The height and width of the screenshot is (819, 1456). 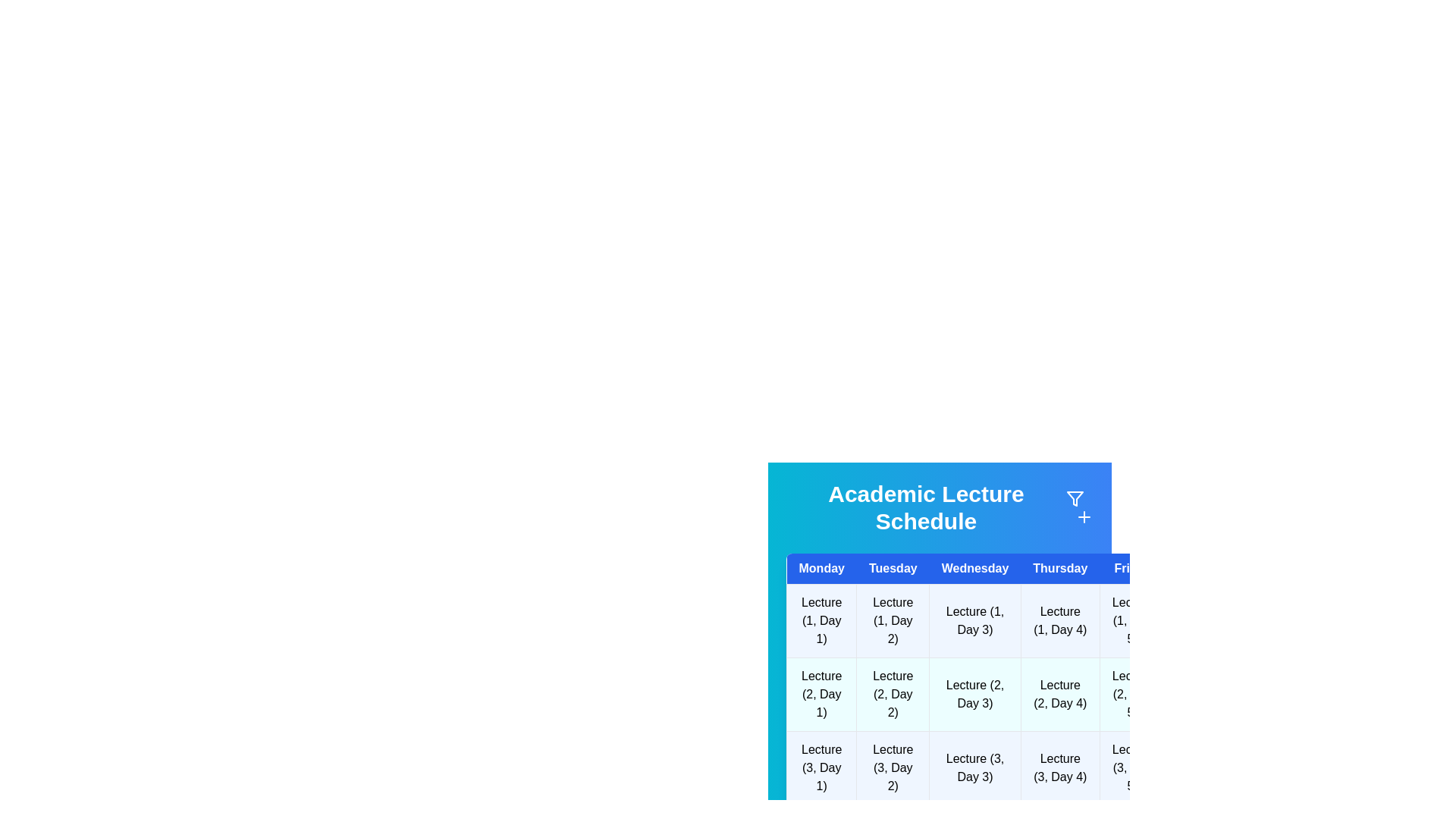 What do you see at coordinates (893, 569) in the screenshot?
I see `the header for Tuesday to sort or filter the schedule by that day` at bounding box center [893, 569].